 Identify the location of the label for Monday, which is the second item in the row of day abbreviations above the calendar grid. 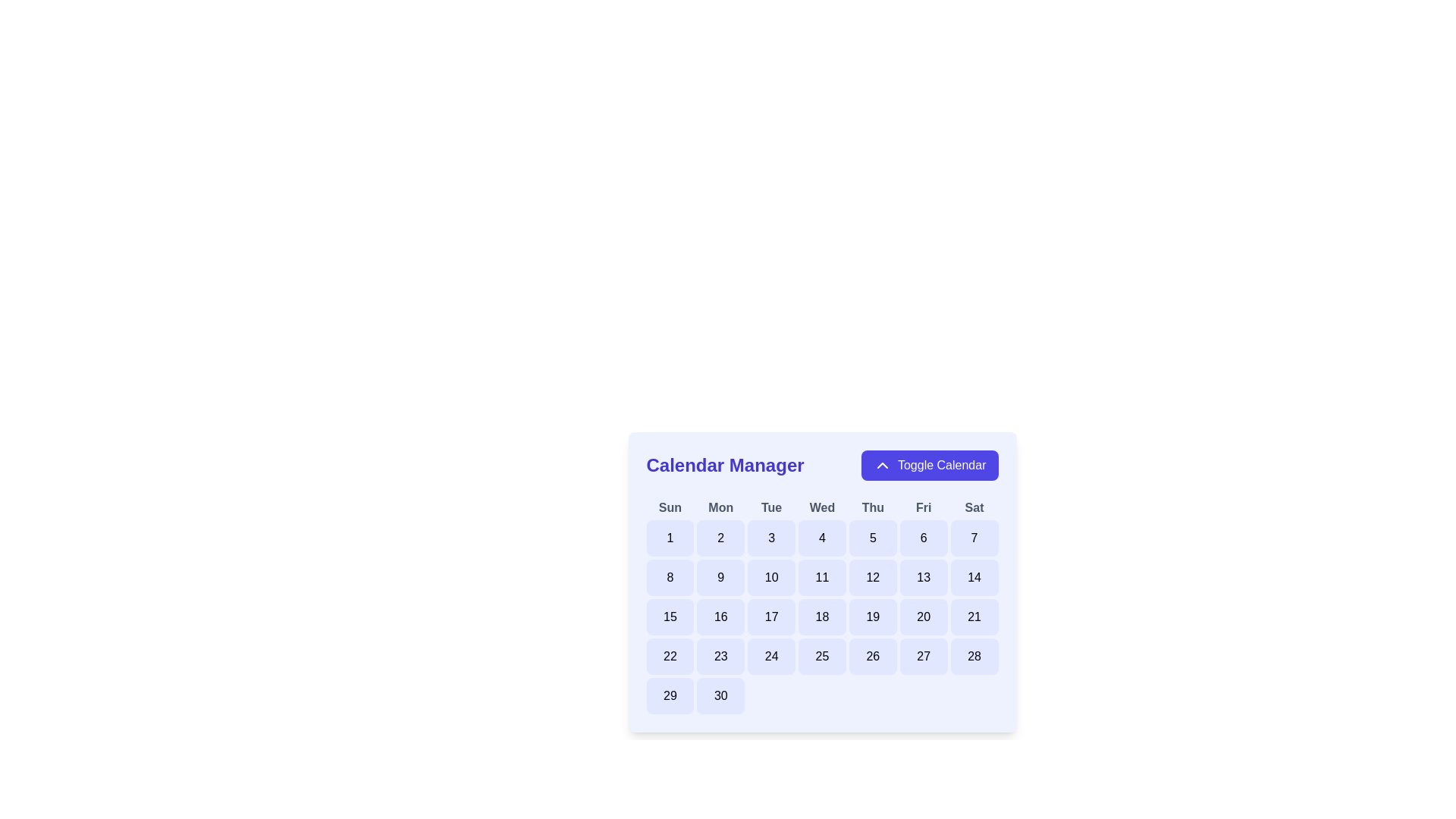
(720, 508).